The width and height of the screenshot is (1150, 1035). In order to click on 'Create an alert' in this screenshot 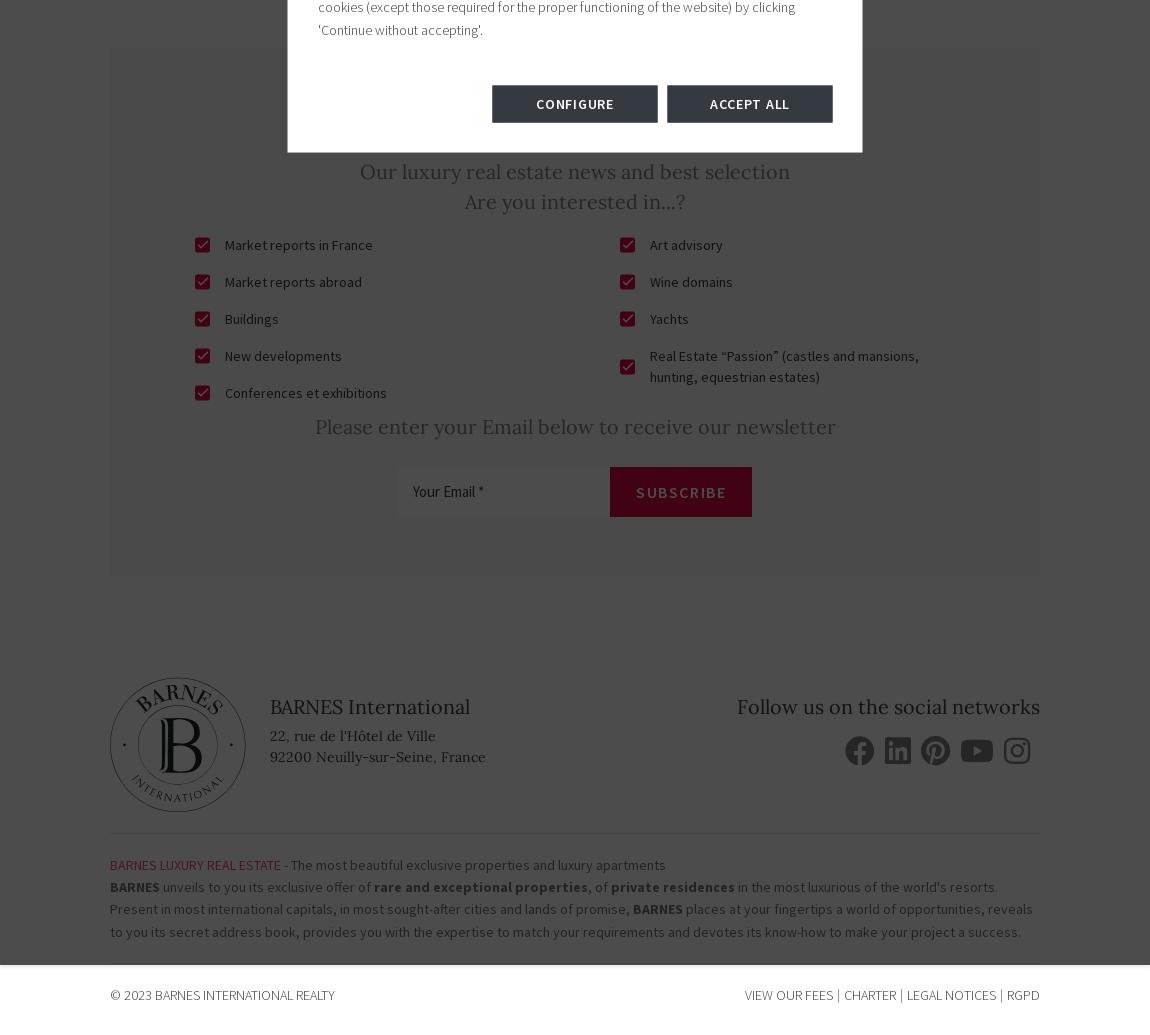, I will do `click(467, 916)`.